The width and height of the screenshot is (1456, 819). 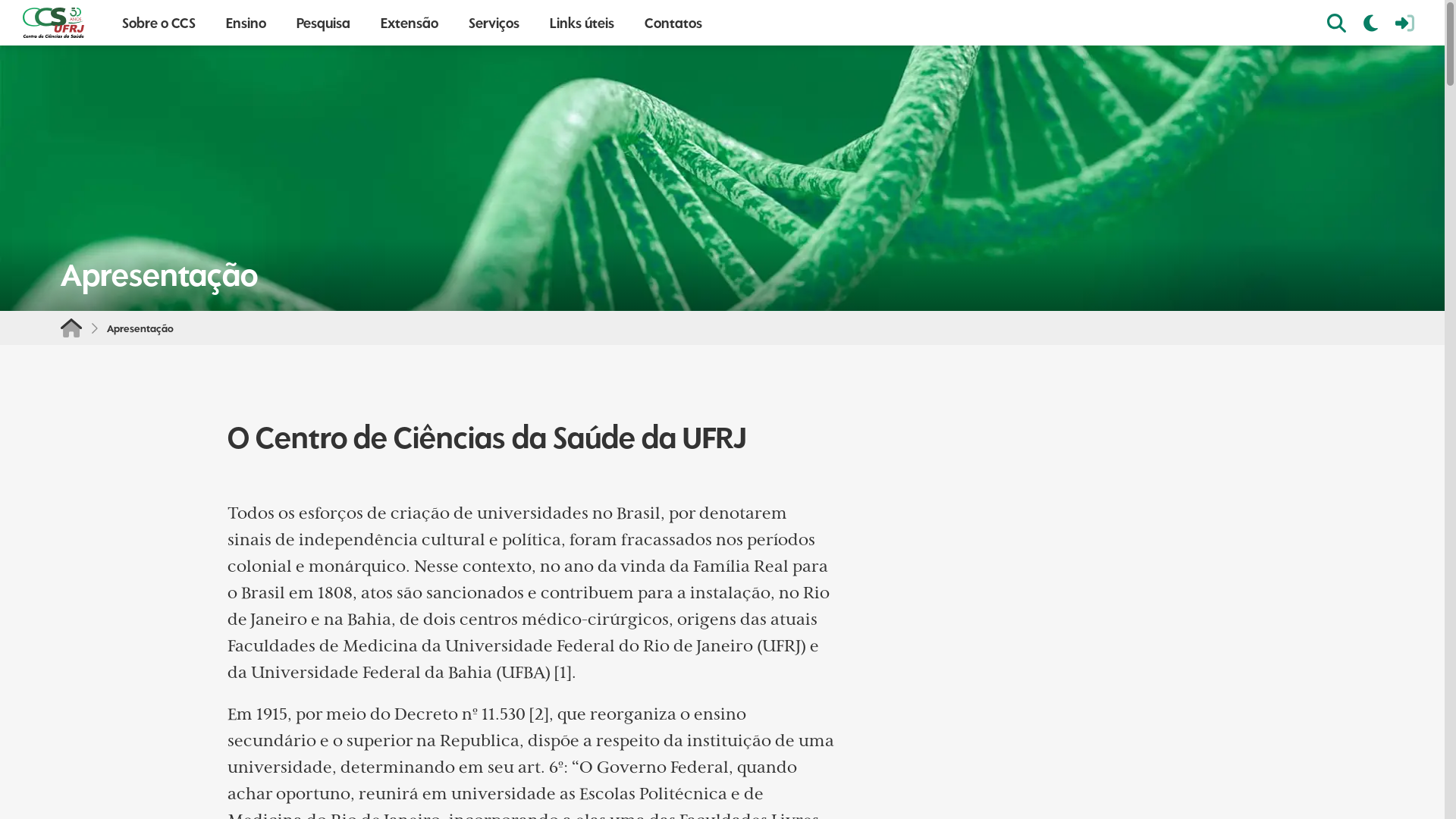 What do you see at coordinates (673, 23) in the screenshot?
I see `'Contatos'` at bounding box center [673, 23].